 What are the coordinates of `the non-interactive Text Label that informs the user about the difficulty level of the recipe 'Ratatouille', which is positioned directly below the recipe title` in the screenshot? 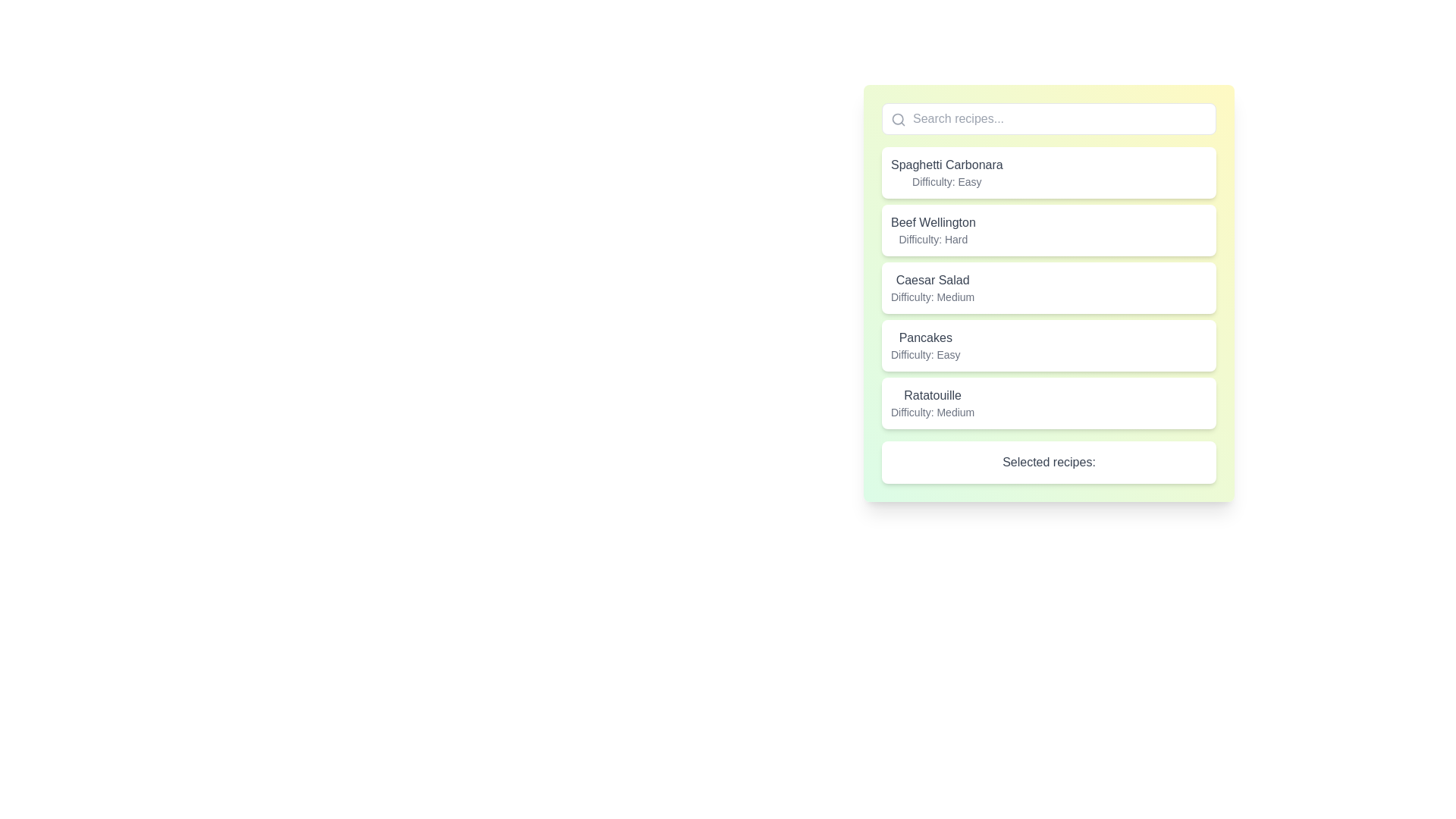 It's located at (932, 412).